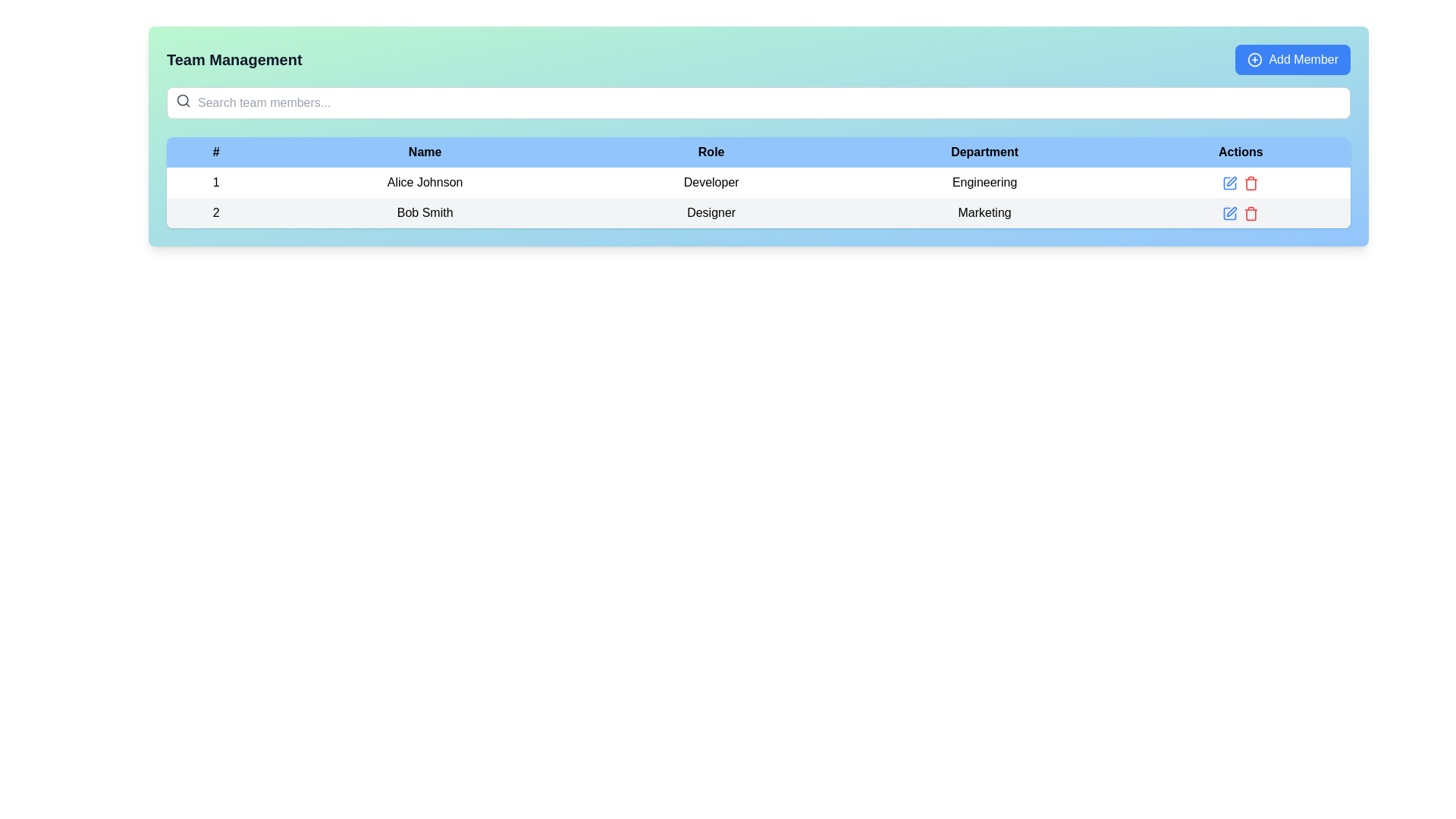  Describe the element at coordinates (1255, 58) in the screenshot. I see `the 'Add Member' icon located on the left side of the text label within the button in the top-right corner of the interface` at that location.